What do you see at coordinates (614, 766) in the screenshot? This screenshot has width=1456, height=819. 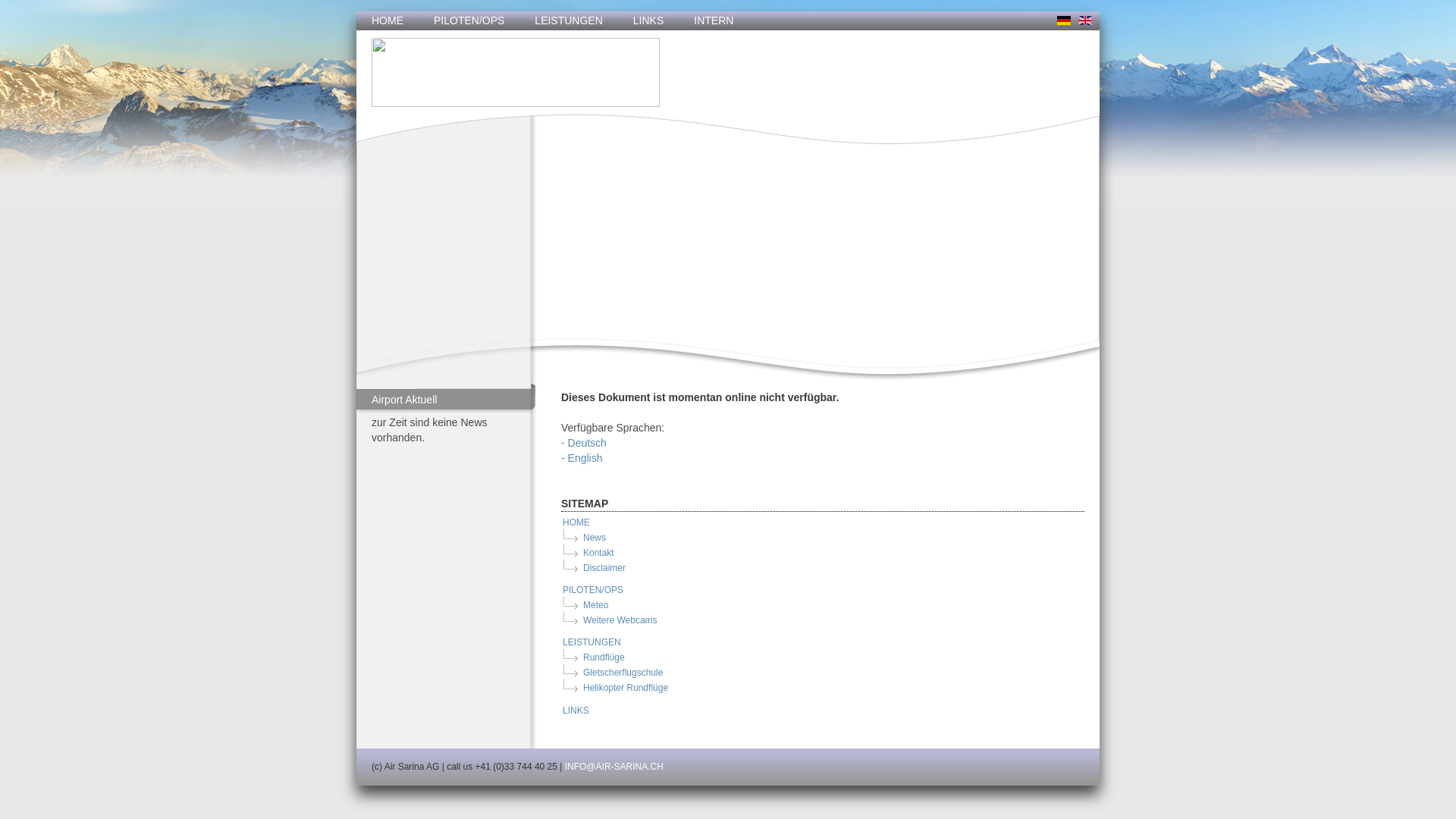 I see `'INFO@AIR-SARINA.CH'` at bounding box center [614, 766].